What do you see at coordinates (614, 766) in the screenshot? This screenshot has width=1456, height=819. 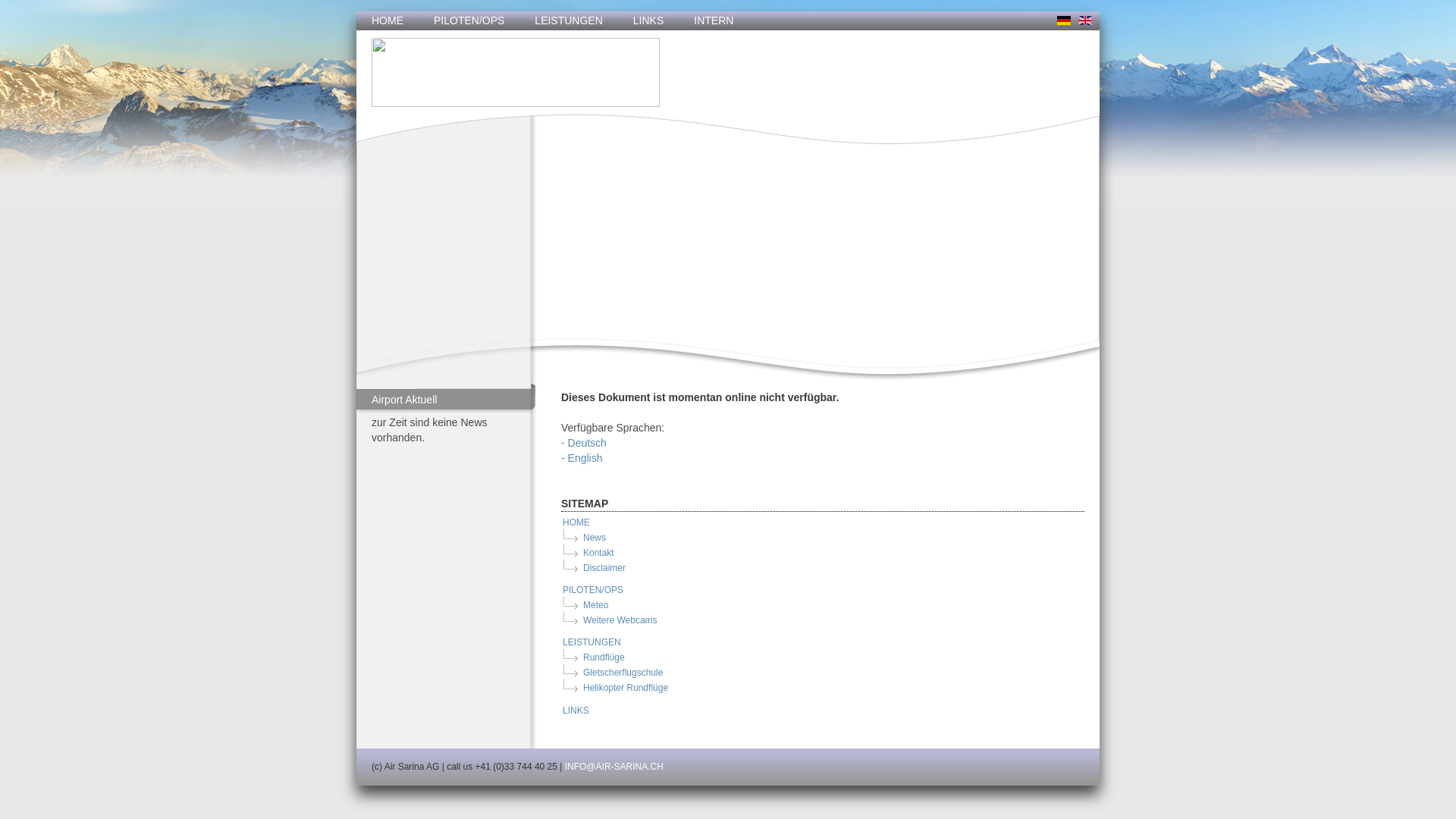 I see `'INFO@AIR-SARINA.CH'` at bounding box center [614, 766].